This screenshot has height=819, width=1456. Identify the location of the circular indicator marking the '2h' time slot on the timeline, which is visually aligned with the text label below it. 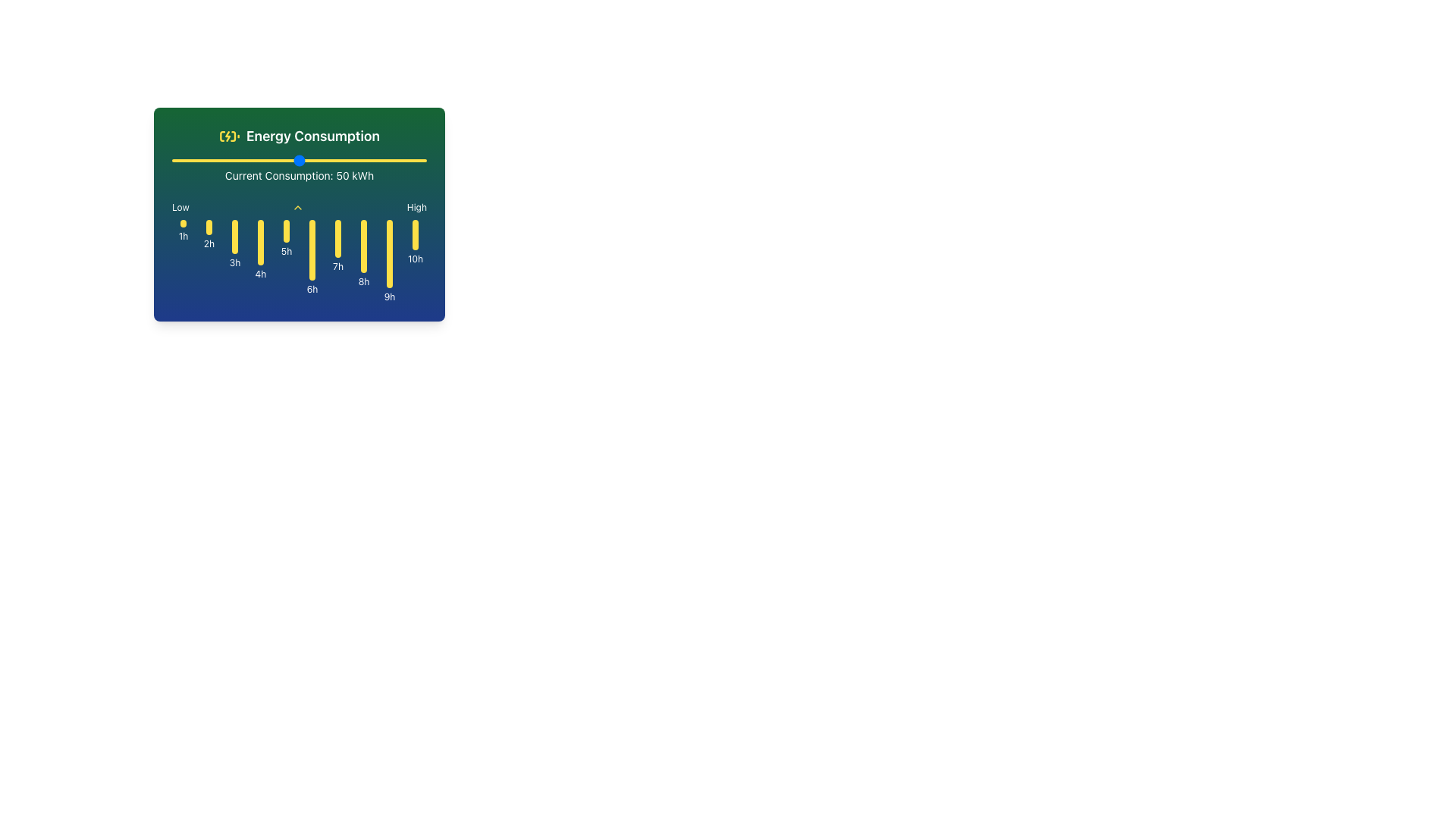
(208, 227).